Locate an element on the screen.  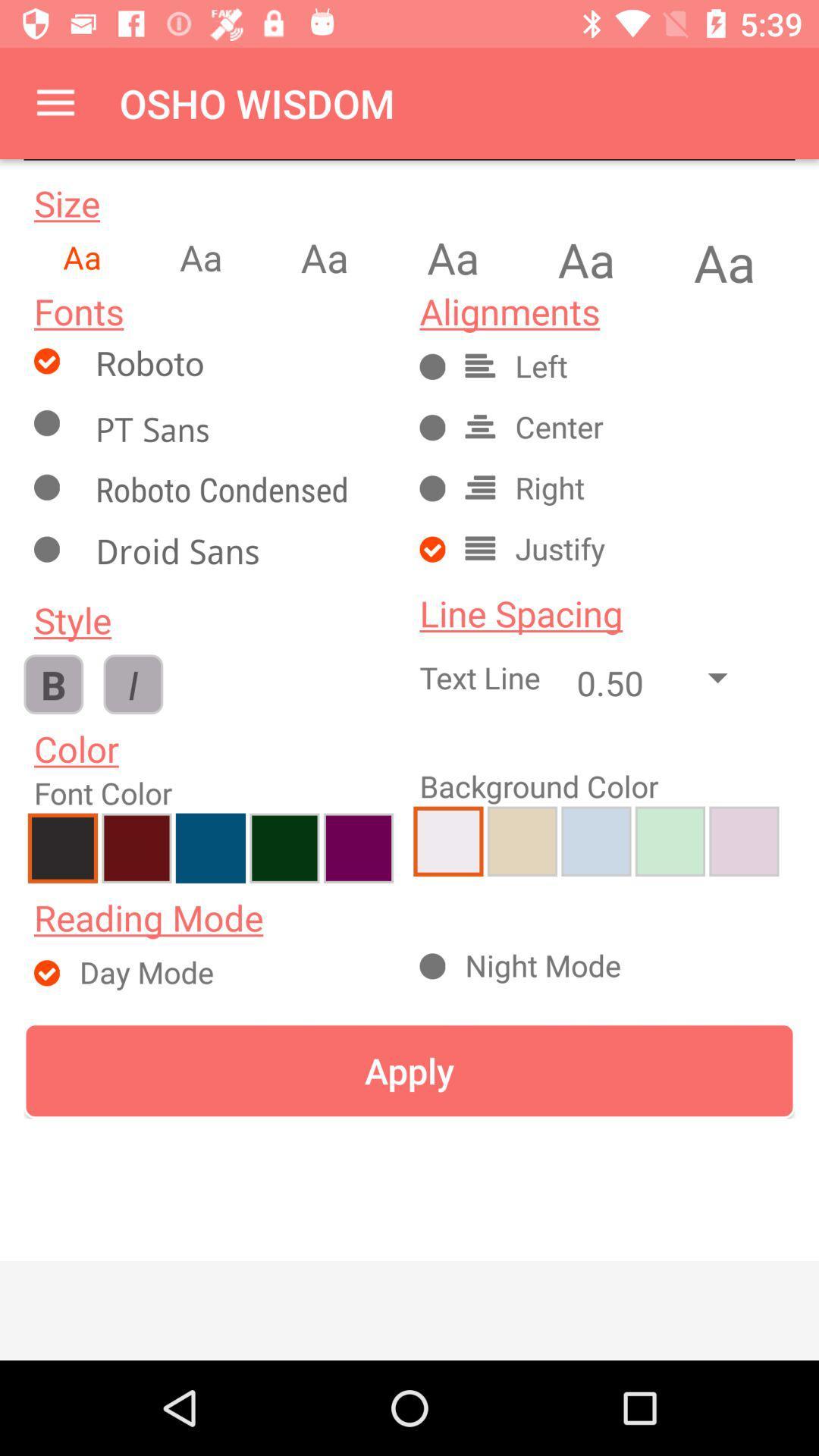
purple color is located at coordinates (743, 840).